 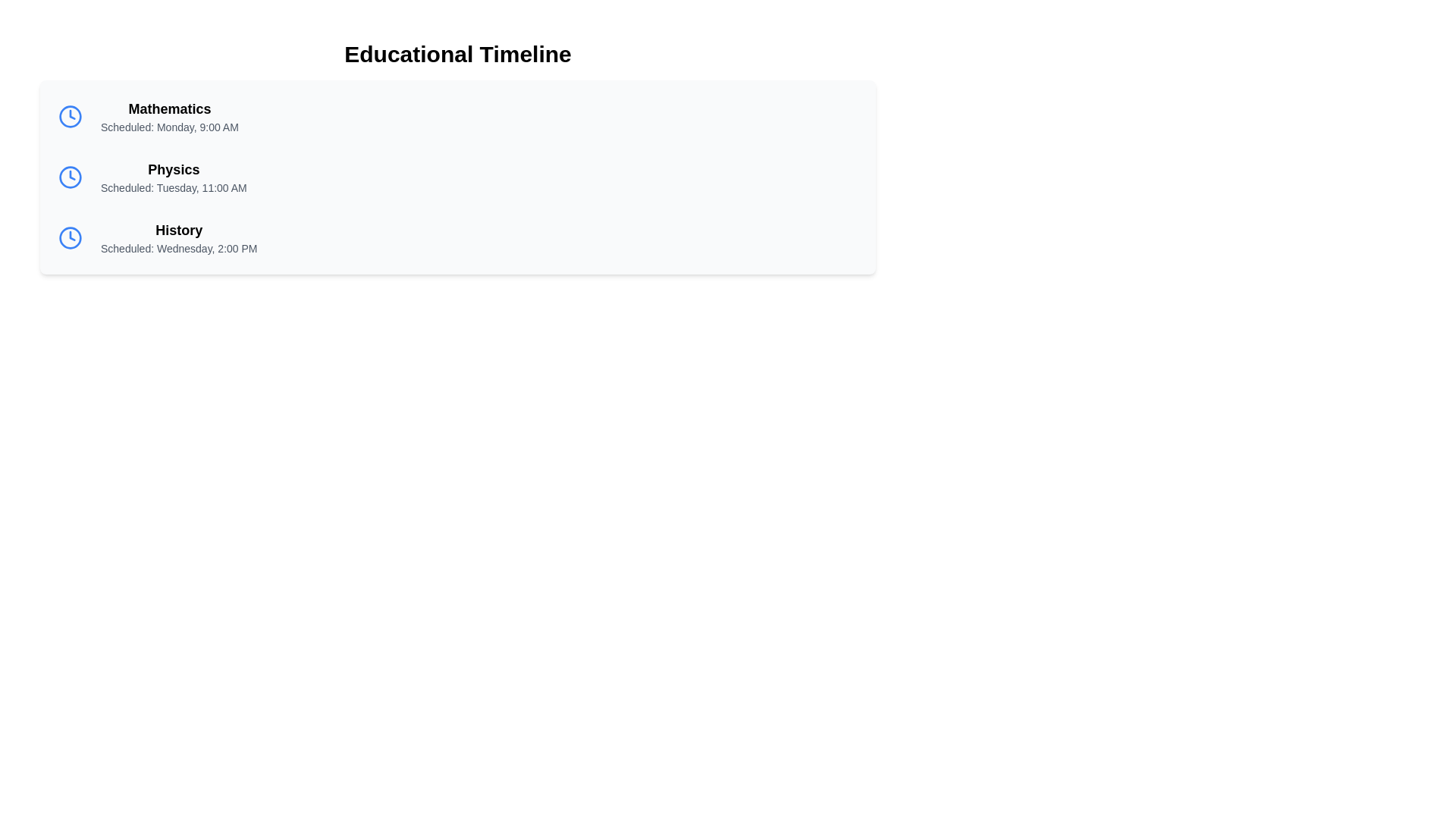 I want to click on information displayed in the Label titled 'Physics' which includes the scheduled time 'Tuesday, 11:00 AM', so click(x=174, y=177).